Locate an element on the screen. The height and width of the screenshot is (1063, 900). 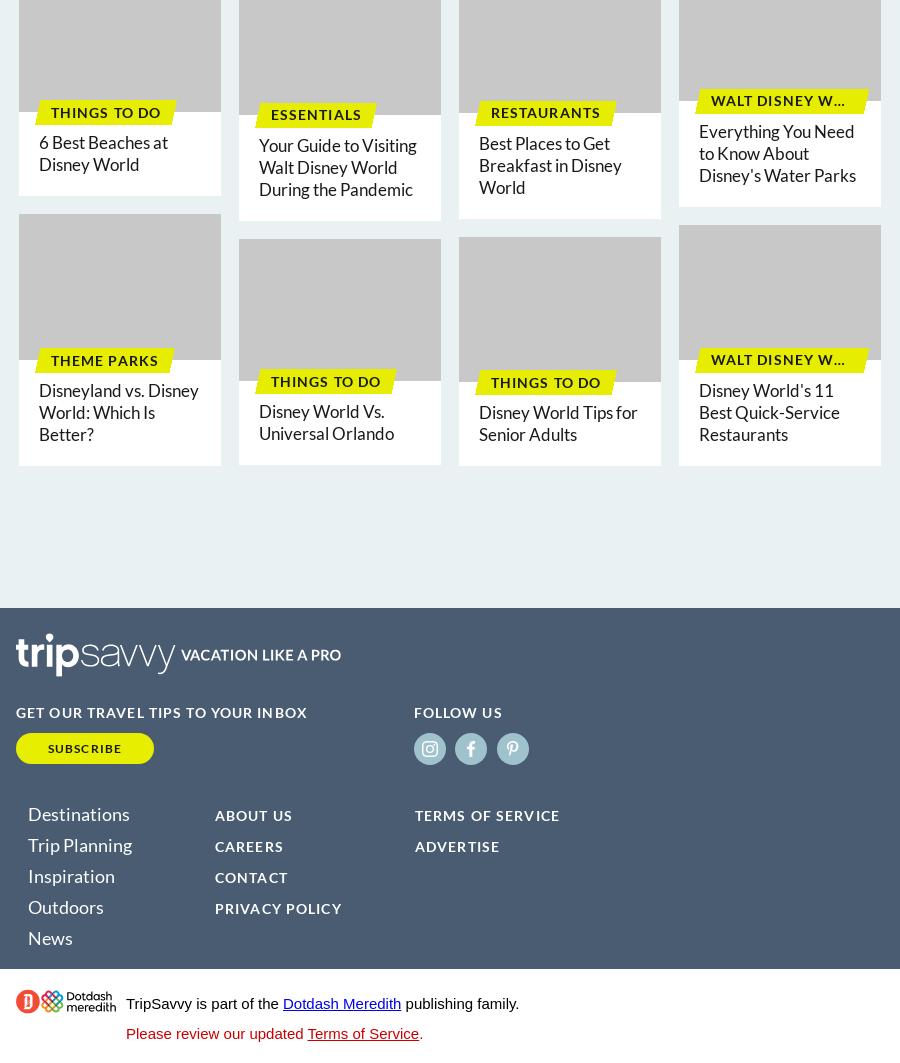
'Dotdash Meredith' is located at coordinates (342, 1002).